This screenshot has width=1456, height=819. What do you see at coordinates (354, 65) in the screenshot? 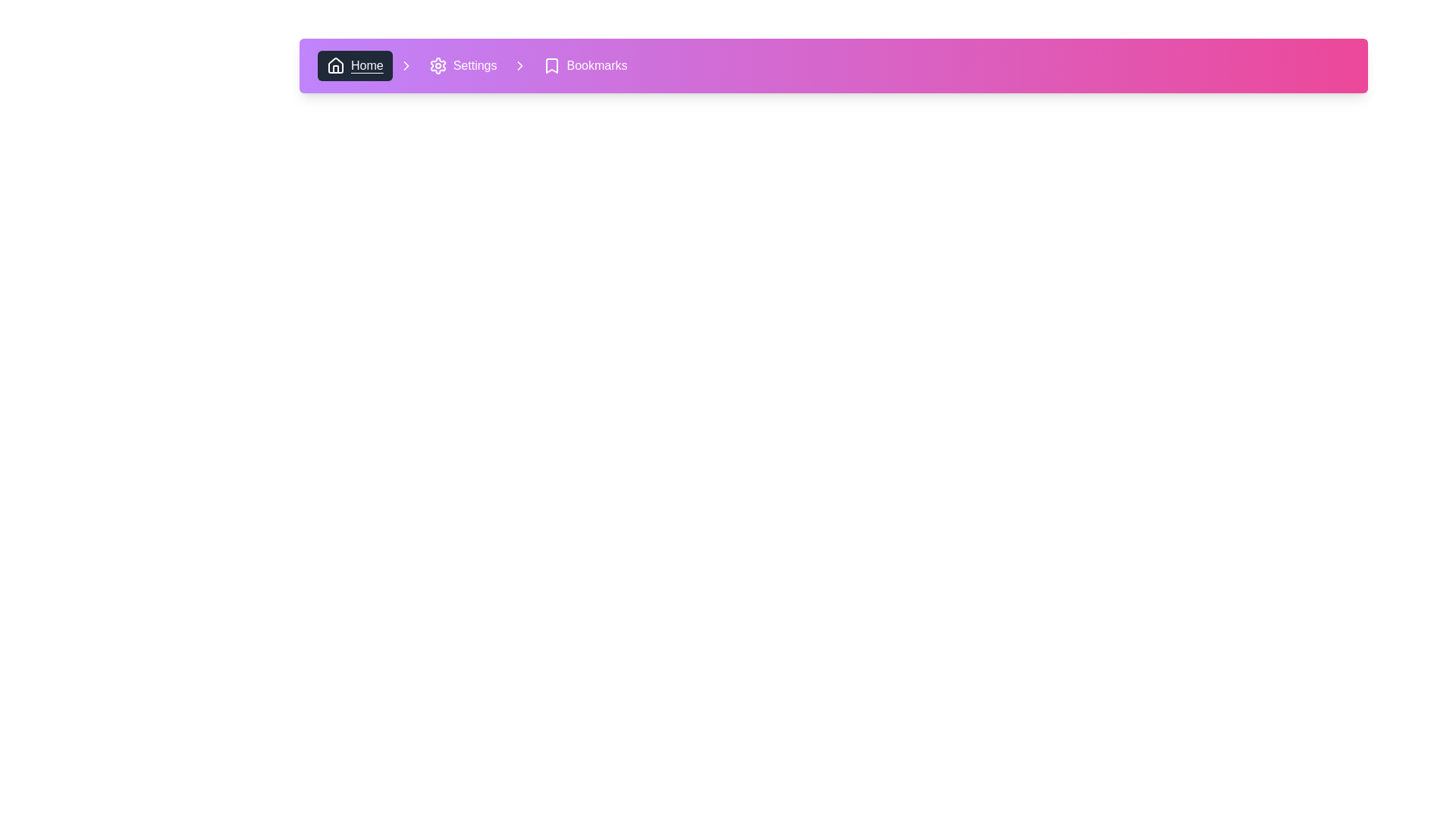
I see `the 'Home' button located at the left end of the navigation bar` at bounding box center [354, 65].